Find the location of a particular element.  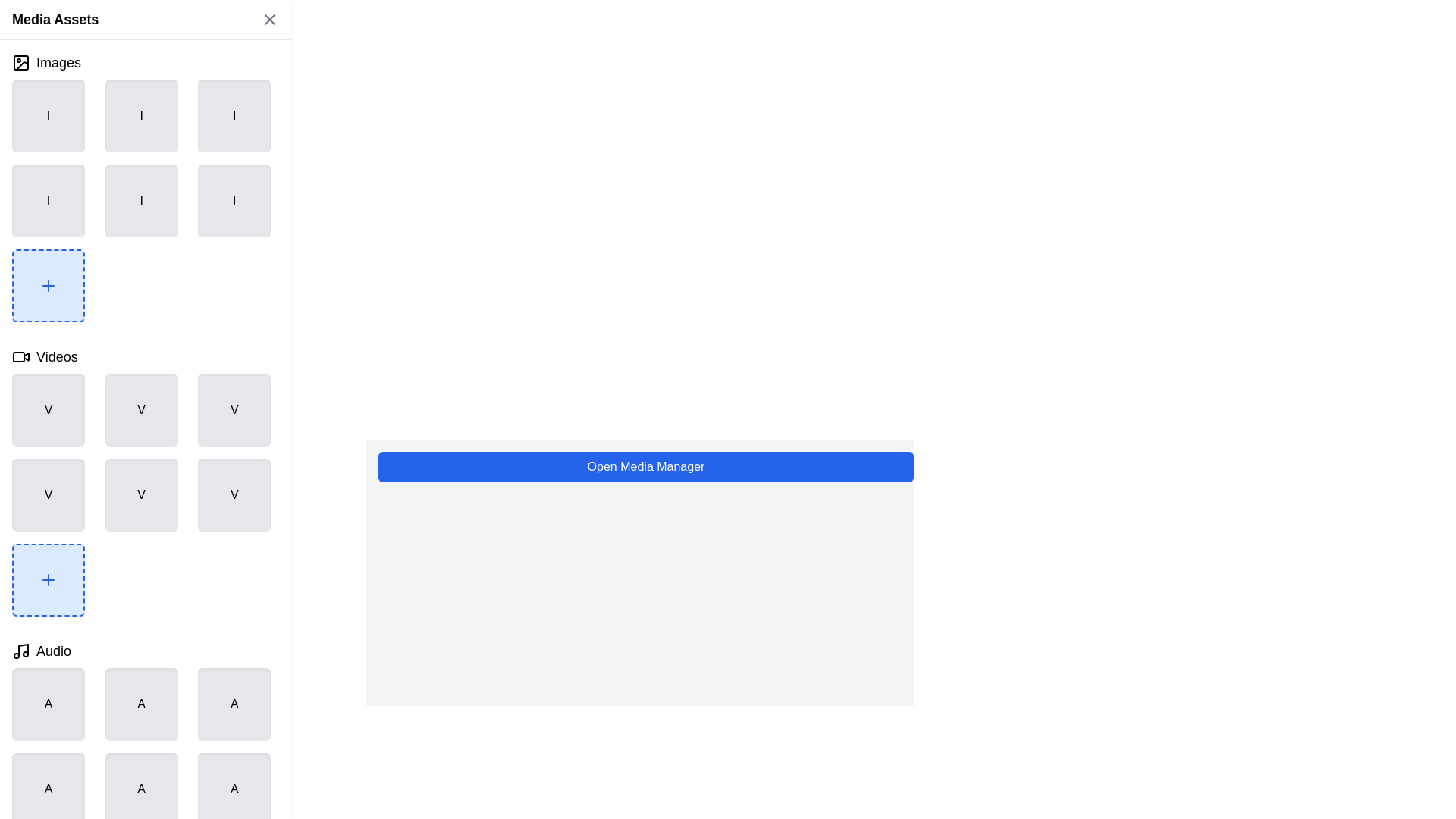

the close button located at the top-right corner of the 'Media Assets' panel is located at coordinates (269, 20).